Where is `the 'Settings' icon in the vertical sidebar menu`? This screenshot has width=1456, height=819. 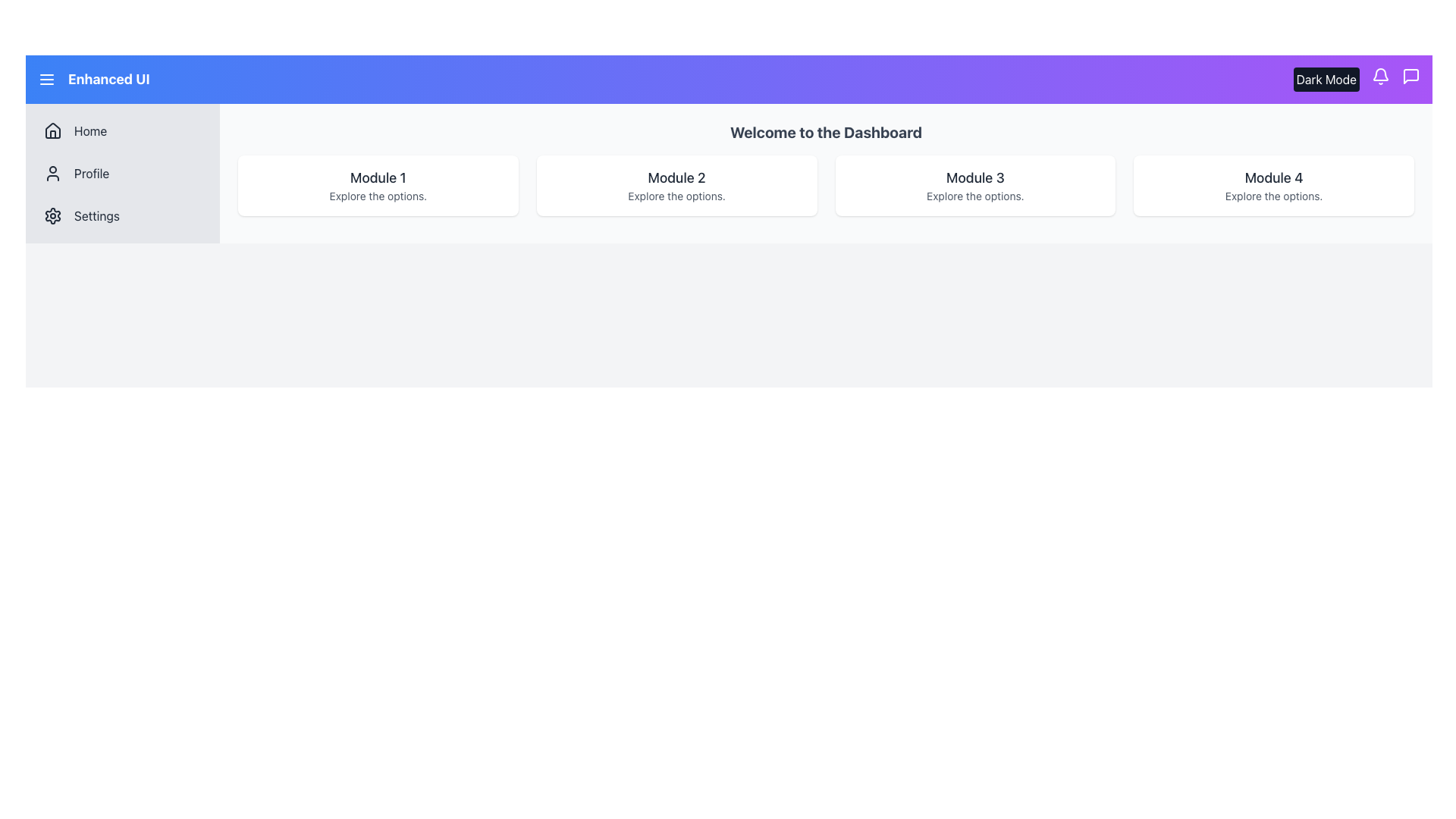
the 'Settings' icon in the vertical sidebar menu is located at coordinates (53, 216).